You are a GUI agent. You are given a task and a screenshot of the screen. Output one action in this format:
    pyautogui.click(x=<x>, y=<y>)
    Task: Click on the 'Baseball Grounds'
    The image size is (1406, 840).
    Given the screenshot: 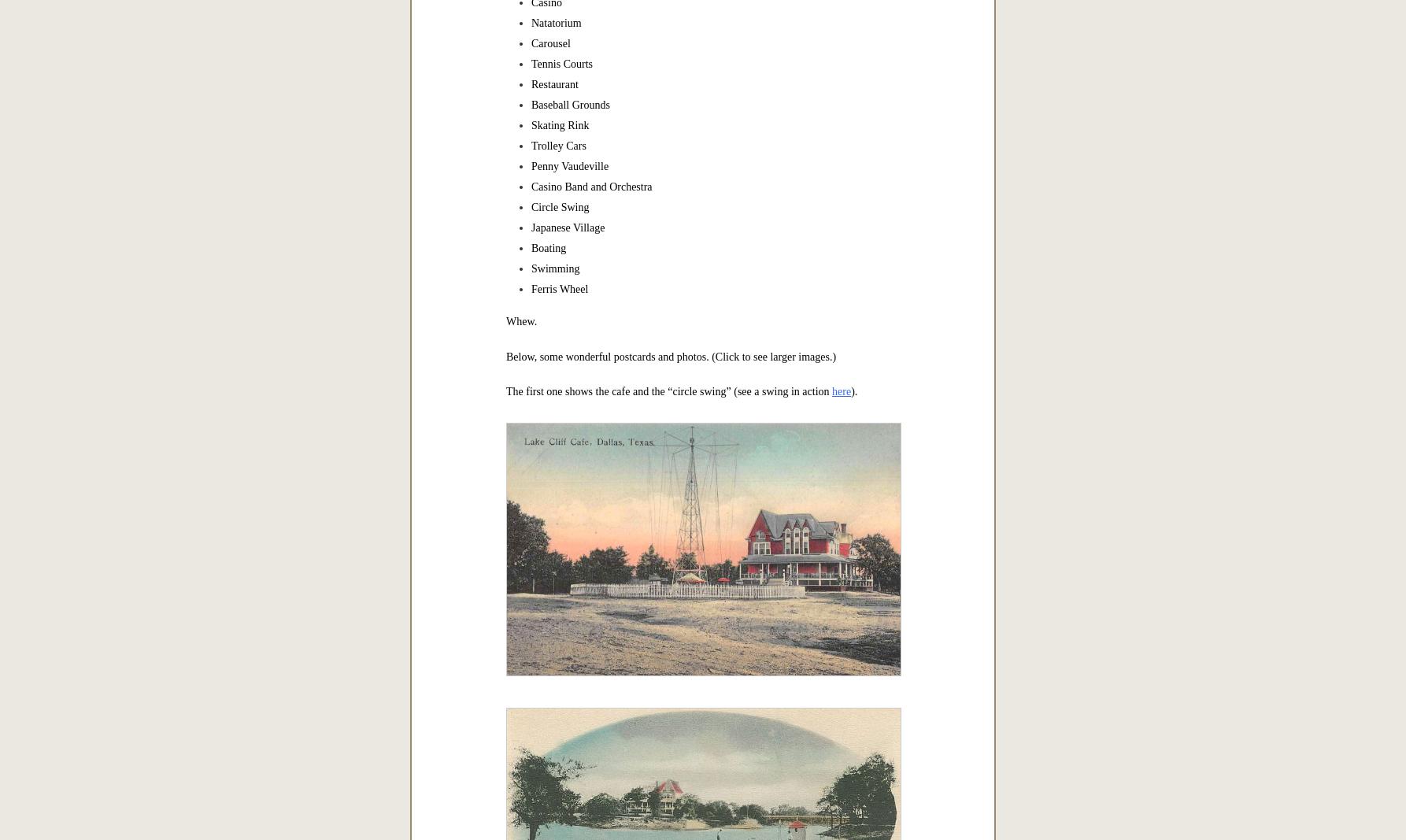 What is the action you would take?
    pyautogui.click(x=531, y=103)
    